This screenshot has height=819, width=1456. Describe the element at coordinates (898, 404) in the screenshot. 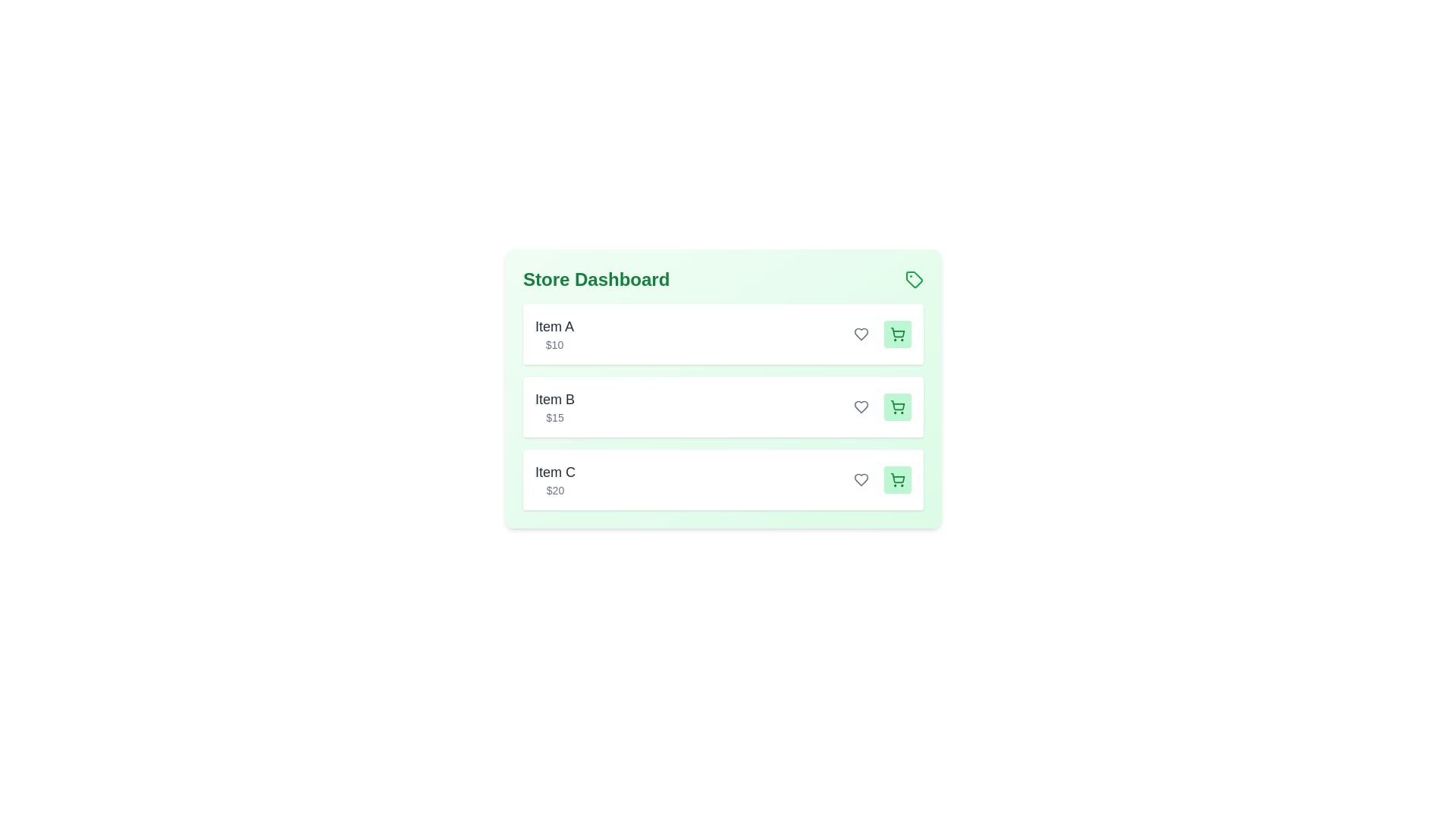

I see `the shopping cart icon located at the far-right end of the second item entry` at that location.